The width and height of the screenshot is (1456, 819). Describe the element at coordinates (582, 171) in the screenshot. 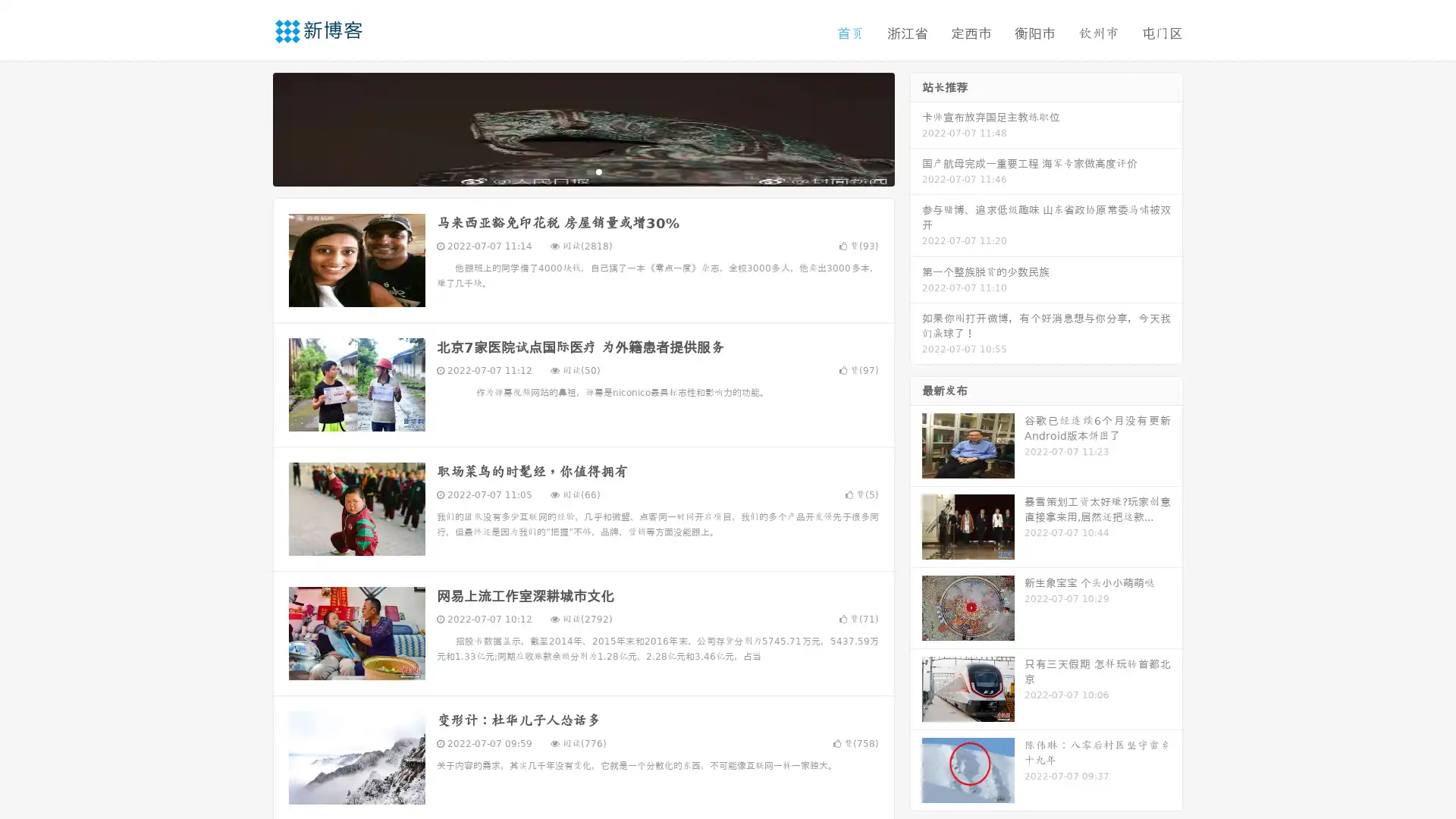

I see `Go to slide 2` at that location.